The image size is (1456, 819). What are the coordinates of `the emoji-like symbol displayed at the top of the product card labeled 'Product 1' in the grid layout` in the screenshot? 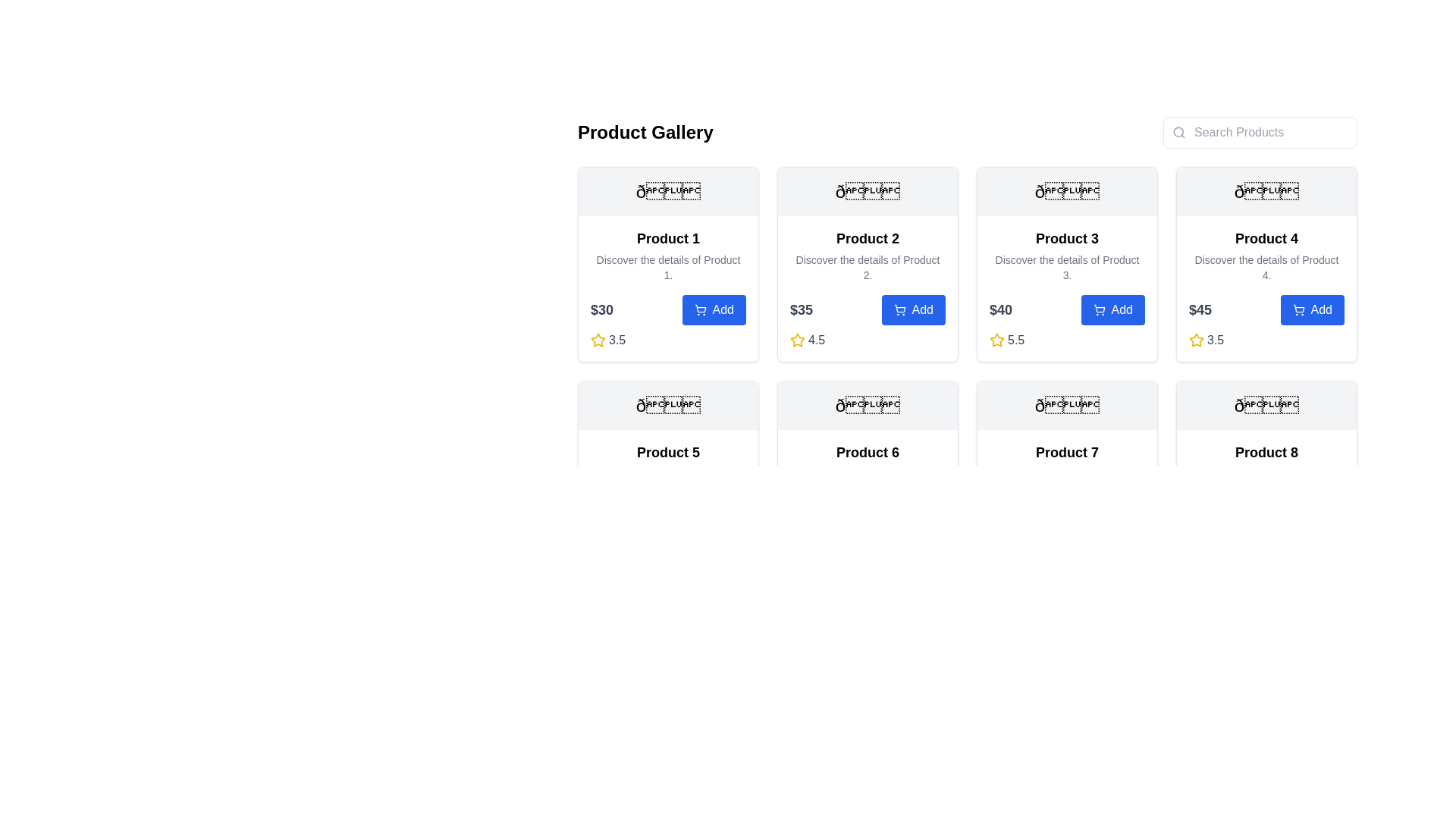 It's located at (667, 191).